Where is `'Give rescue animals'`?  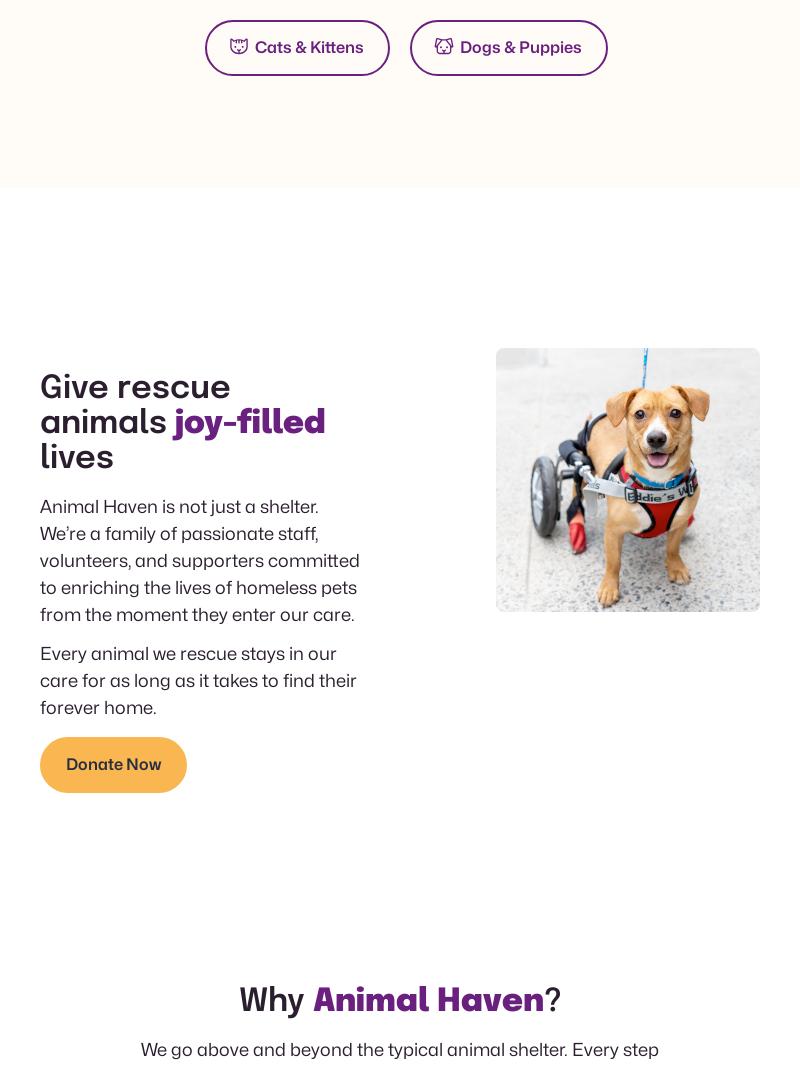
'Give rescue animals' is located at coordinates (135, 406).